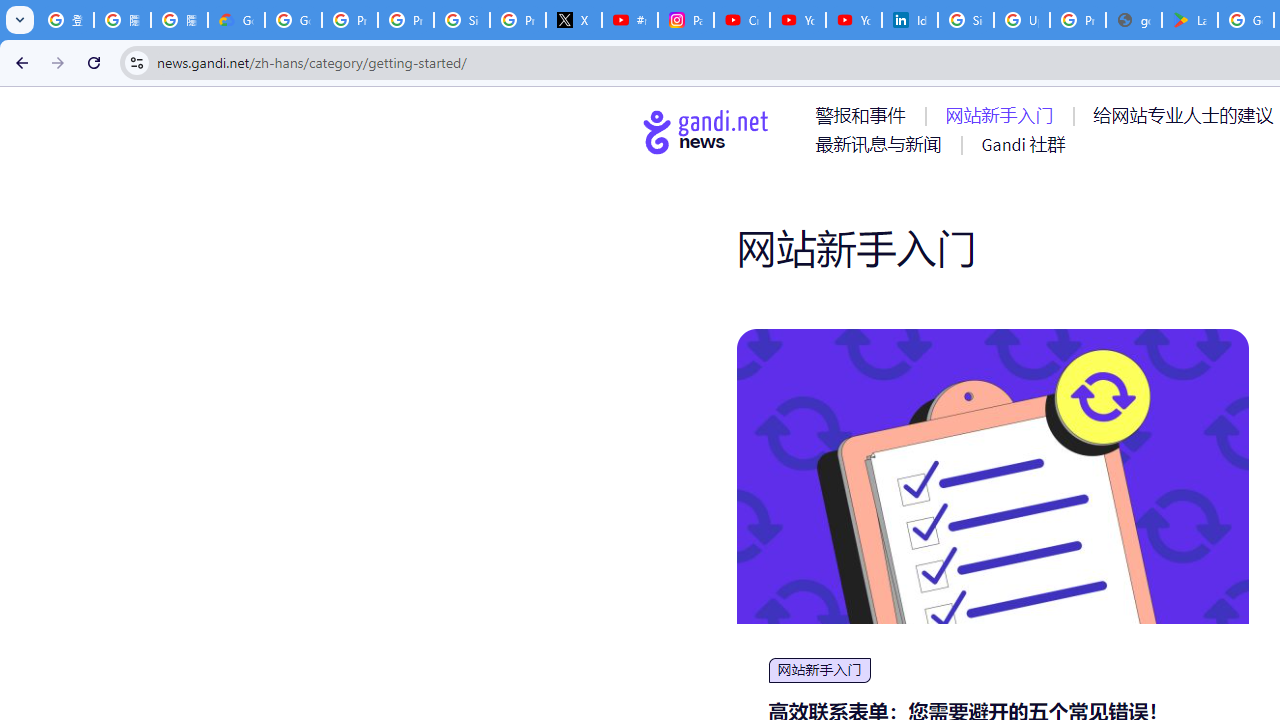 The image size is (1280, 720). Describe the element at coordinates (706, 131) in the screenshot. I see `'Go to home'` at that location.